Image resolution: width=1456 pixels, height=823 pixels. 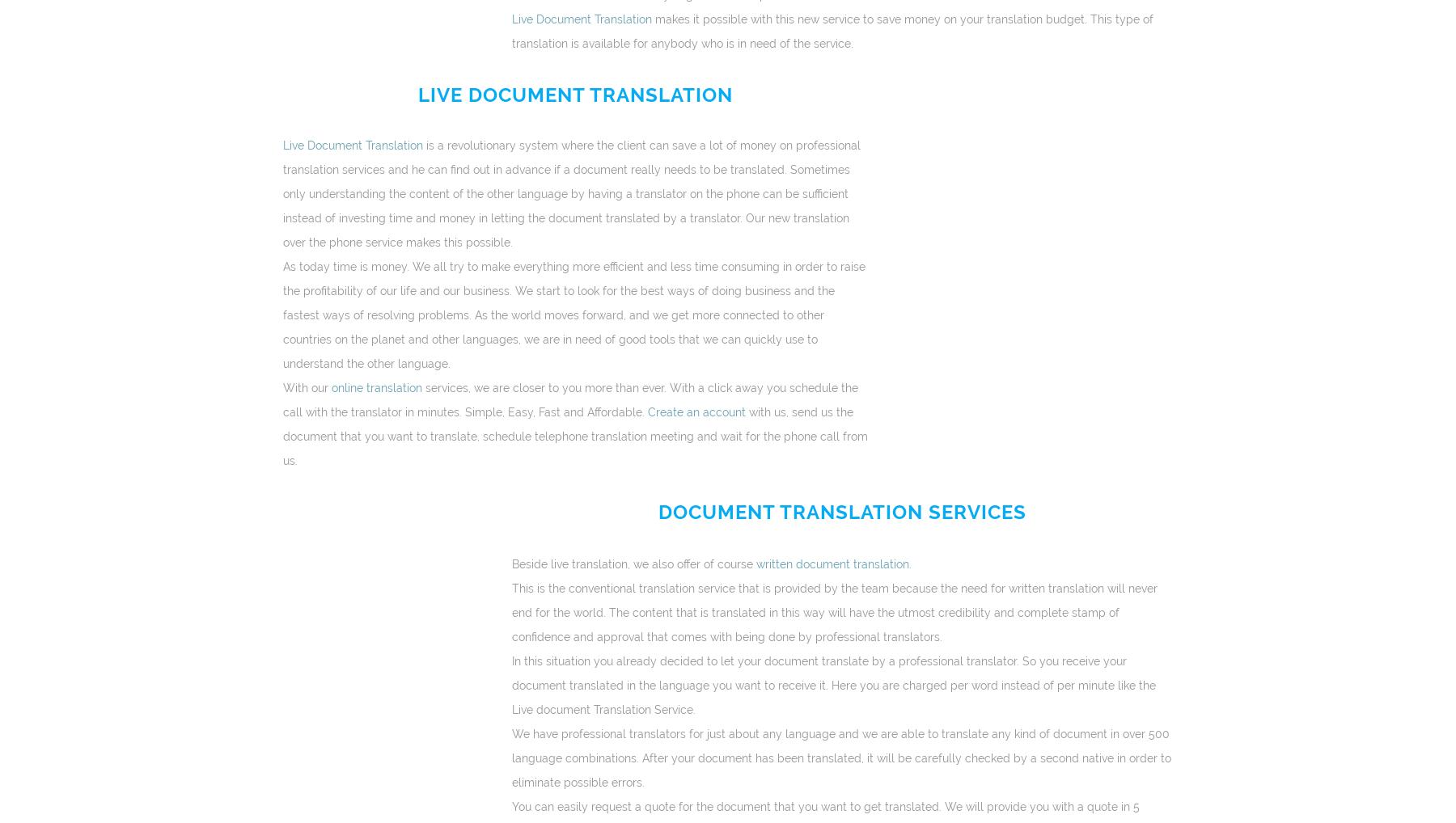 I want to click on 'services, we are closer to you more than ever. With a click away you schedule the call with the translator in minutes. Simple, Easy, Fast and Affordable.', so click(x=569, y=399).